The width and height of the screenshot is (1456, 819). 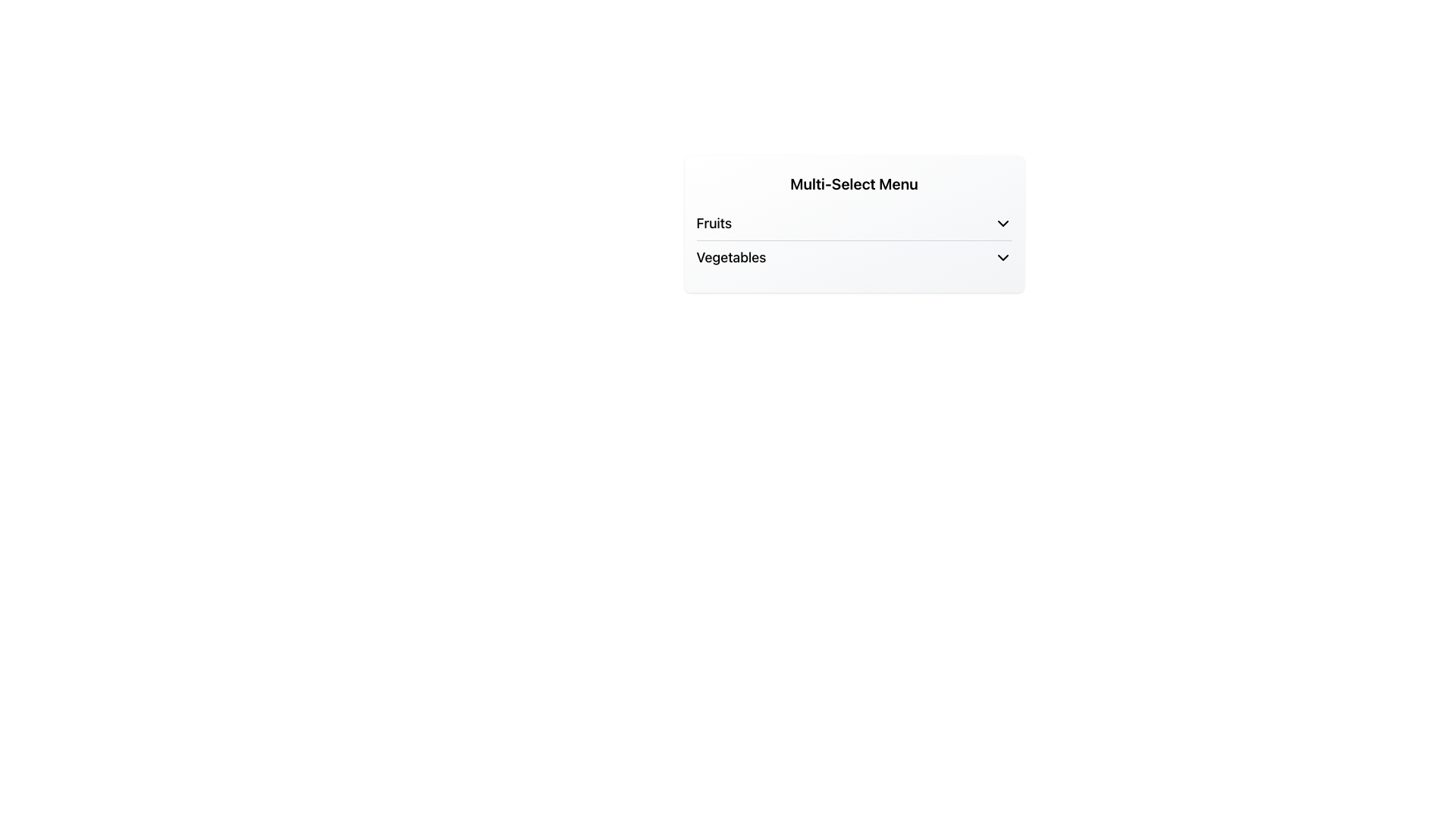 What do you see at coordinates (1003, 223) in the screenshot?
I see `the dropdown toggle icon for the 'Fruits' item in the multi-select menu` at bounding box center [1003, 223].